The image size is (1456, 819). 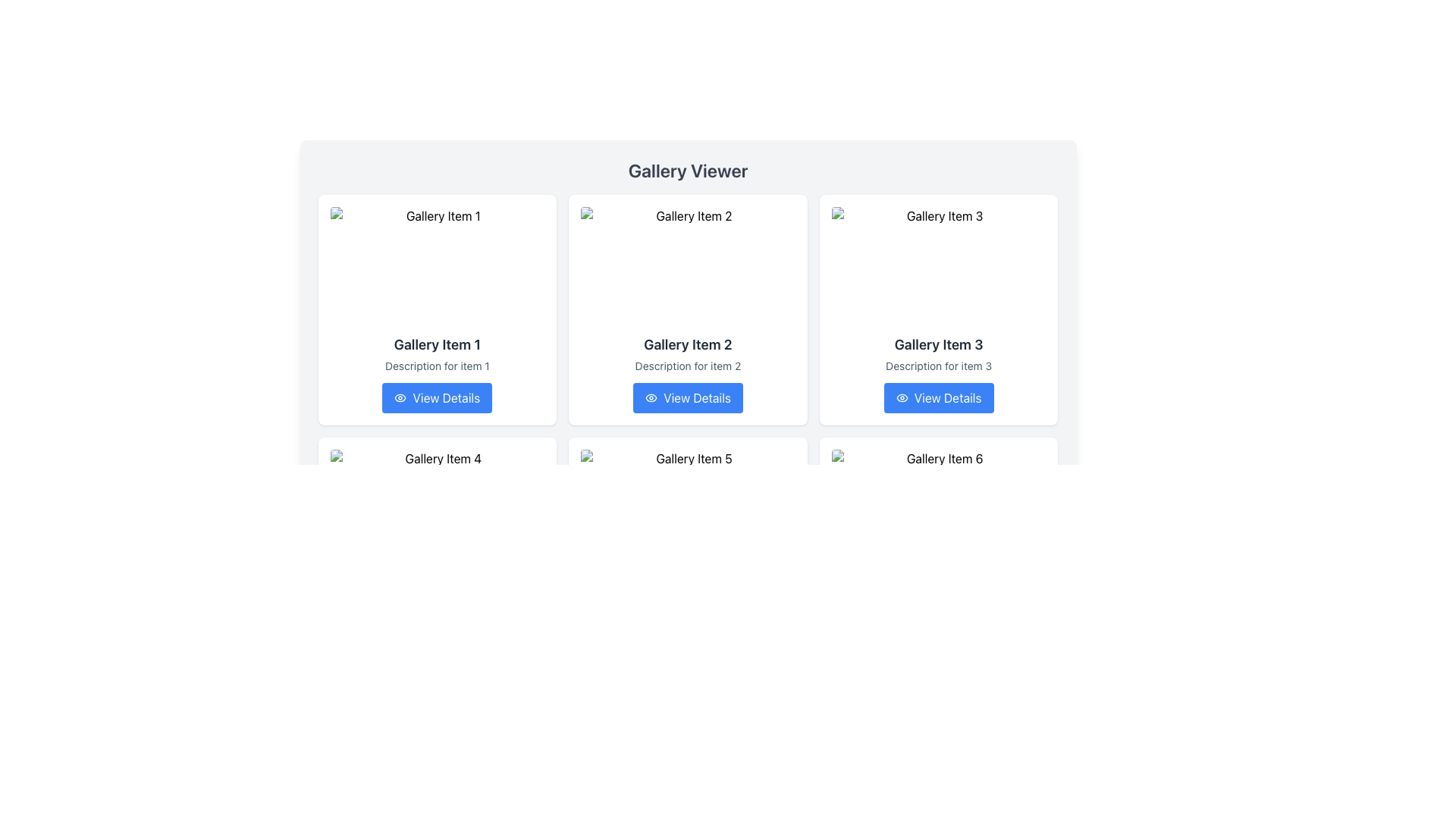 What do you see at coordinates (436, 267) in the screenshot?
I see `the image placeholder labeled 'Item 1' located at the top of the card titled 'Gallery Item 1' in the first column of the gallery grid` at bounding box center [436, 267].